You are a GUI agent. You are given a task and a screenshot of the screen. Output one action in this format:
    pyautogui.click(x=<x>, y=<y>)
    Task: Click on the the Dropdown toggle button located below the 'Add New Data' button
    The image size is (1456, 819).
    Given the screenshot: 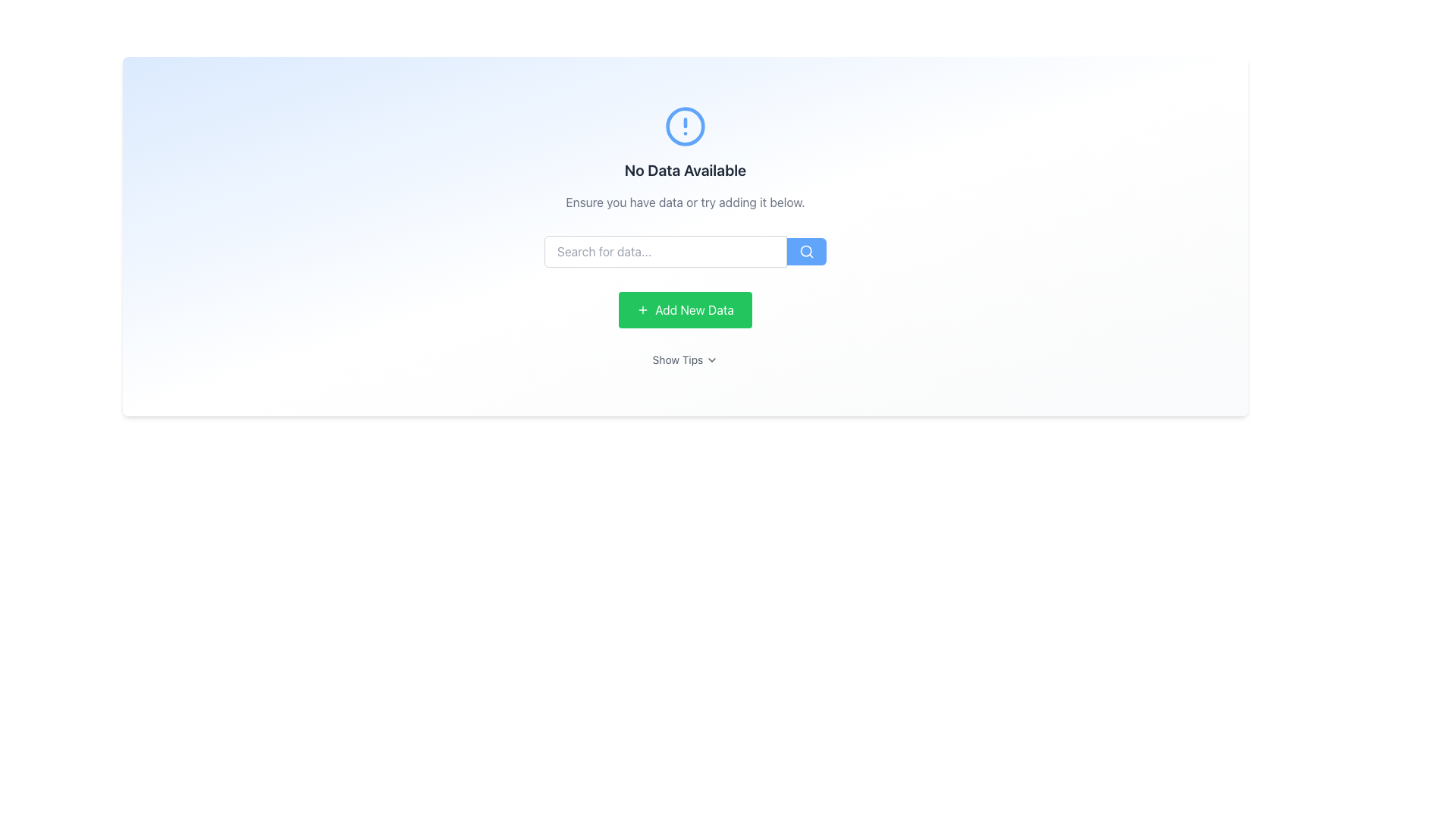 What is the action you would take?
    pyautogui.click(x=684, y=359)
    